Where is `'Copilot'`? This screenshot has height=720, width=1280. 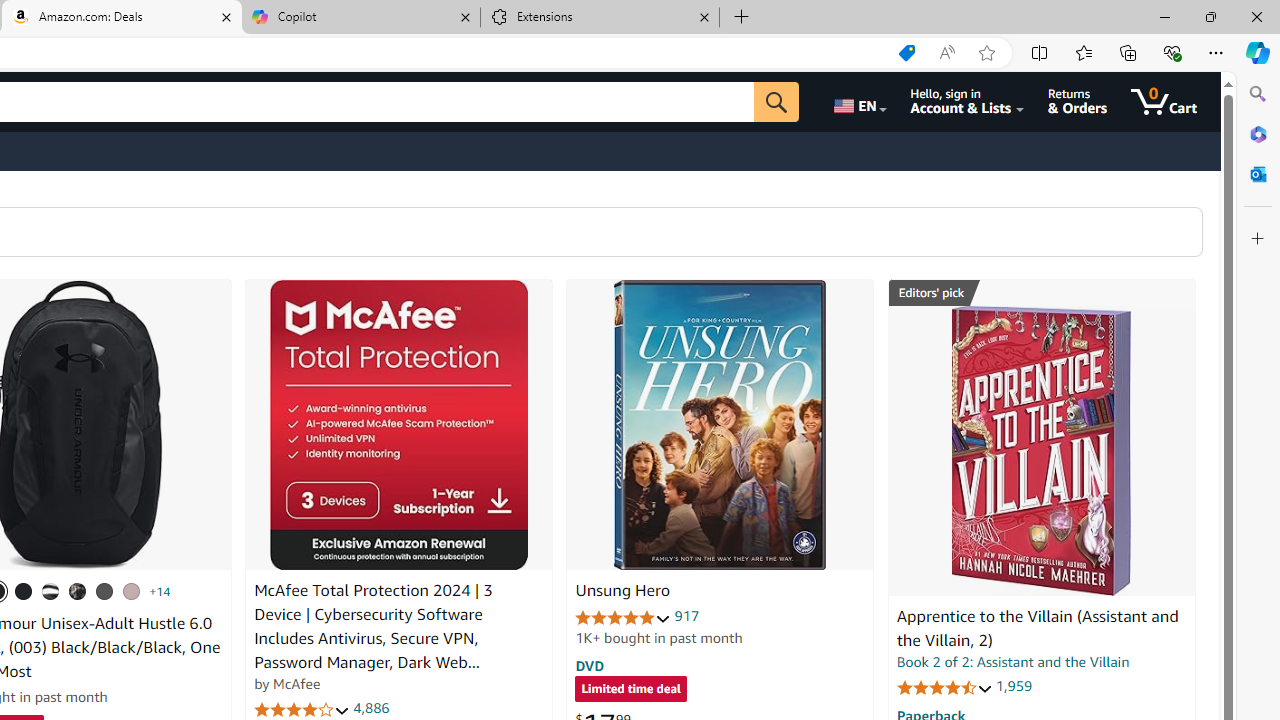 'Copilot' is located at coordinates (360, 17).